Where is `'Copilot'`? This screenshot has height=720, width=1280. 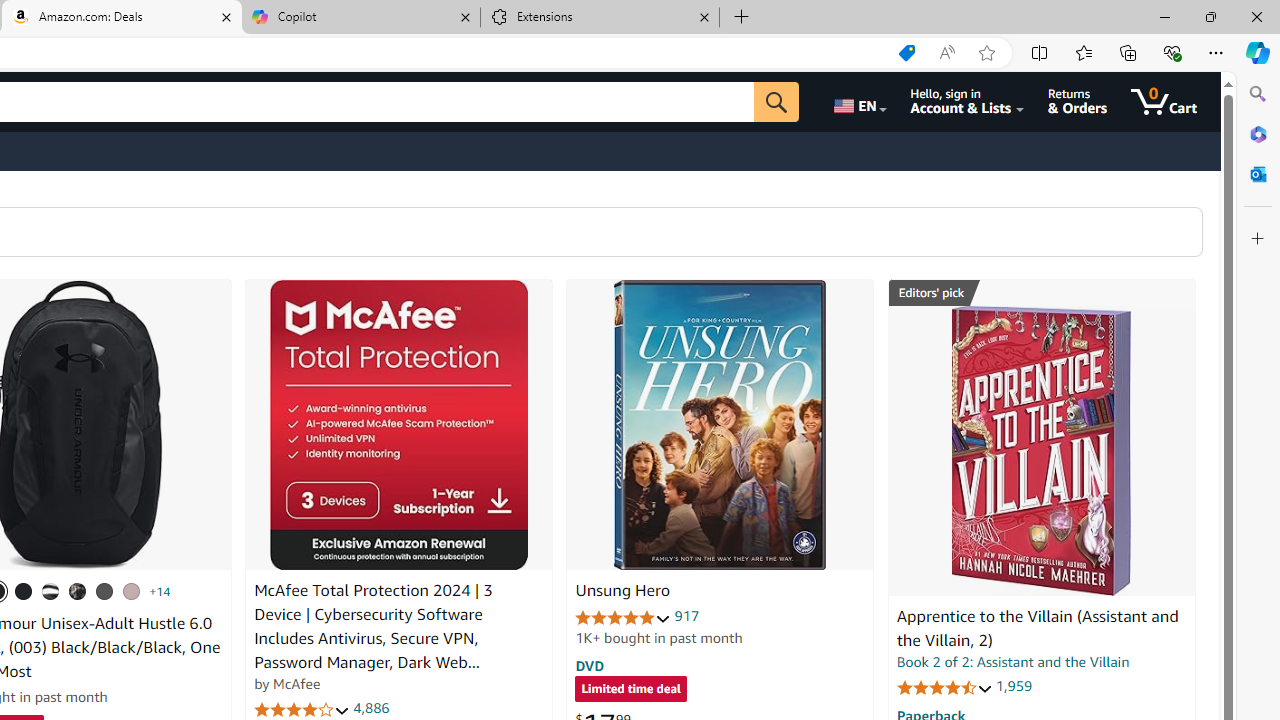 'Copilot' is located at coordinates (360, 17).